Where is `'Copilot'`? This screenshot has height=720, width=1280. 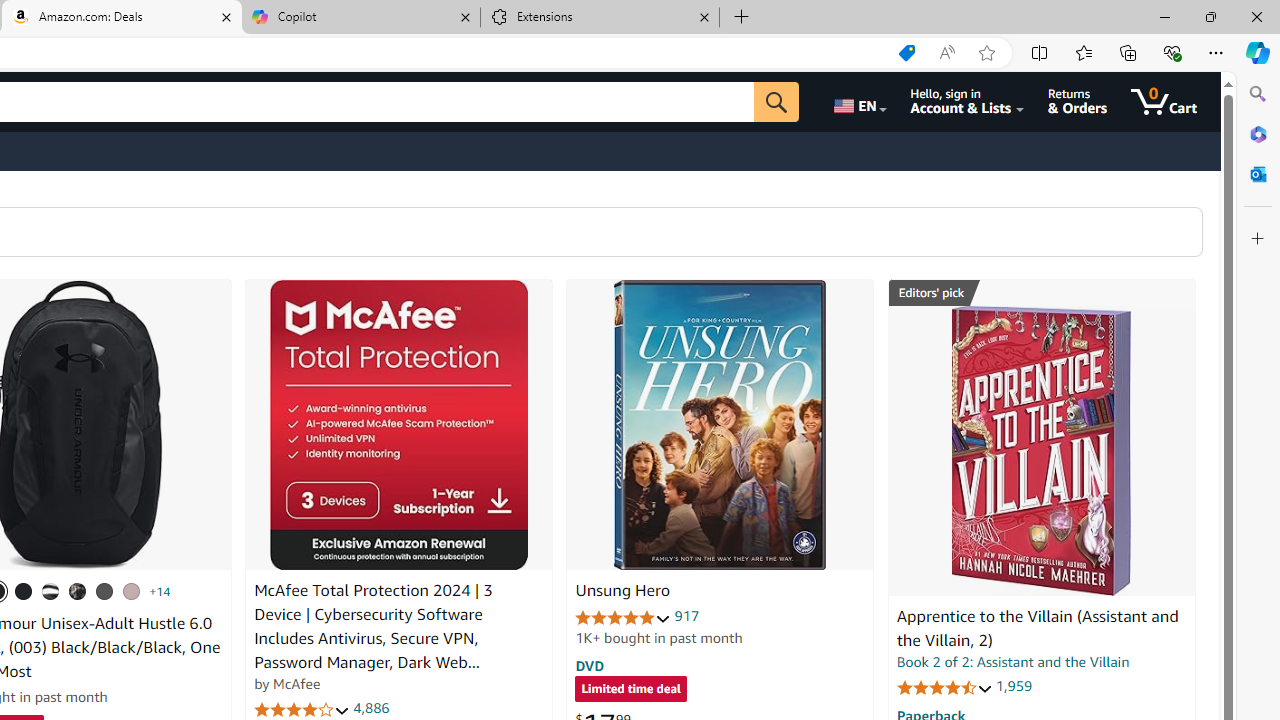 'Copilot' is located at coordinates (360, 17).